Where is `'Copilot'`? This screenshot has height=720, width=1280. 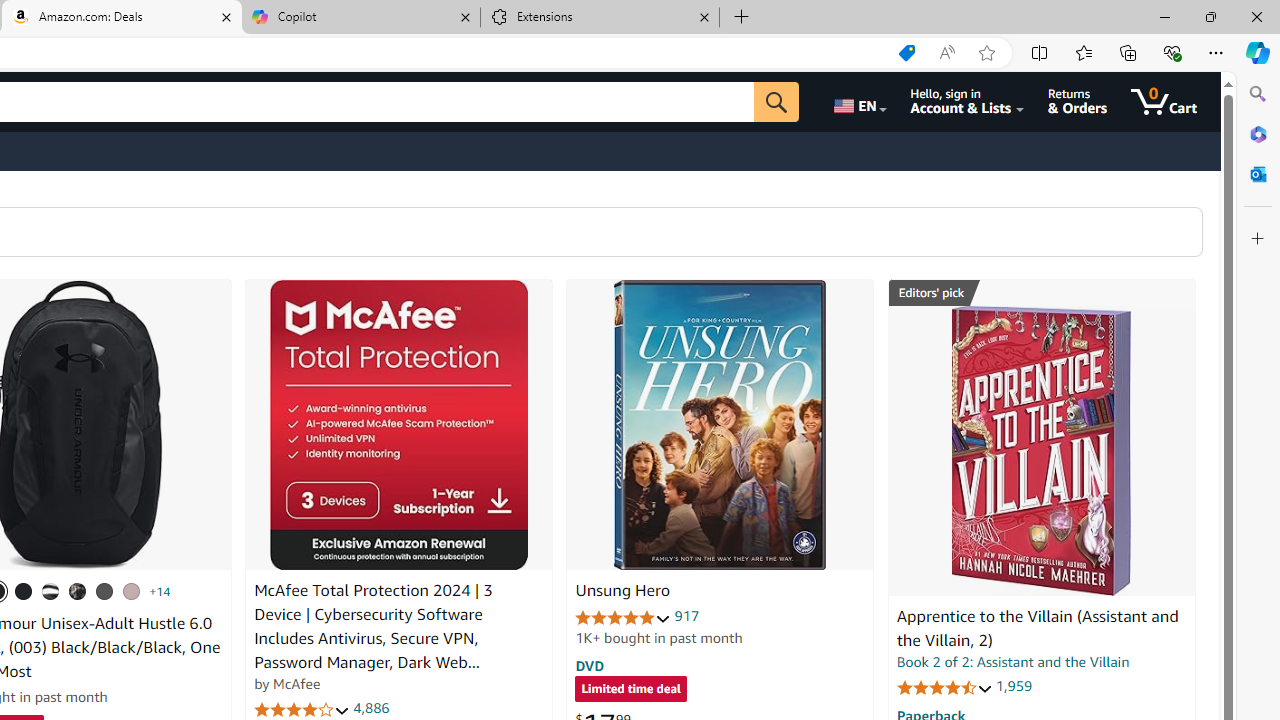 'Copilot' is located at coordinates (360, 17).